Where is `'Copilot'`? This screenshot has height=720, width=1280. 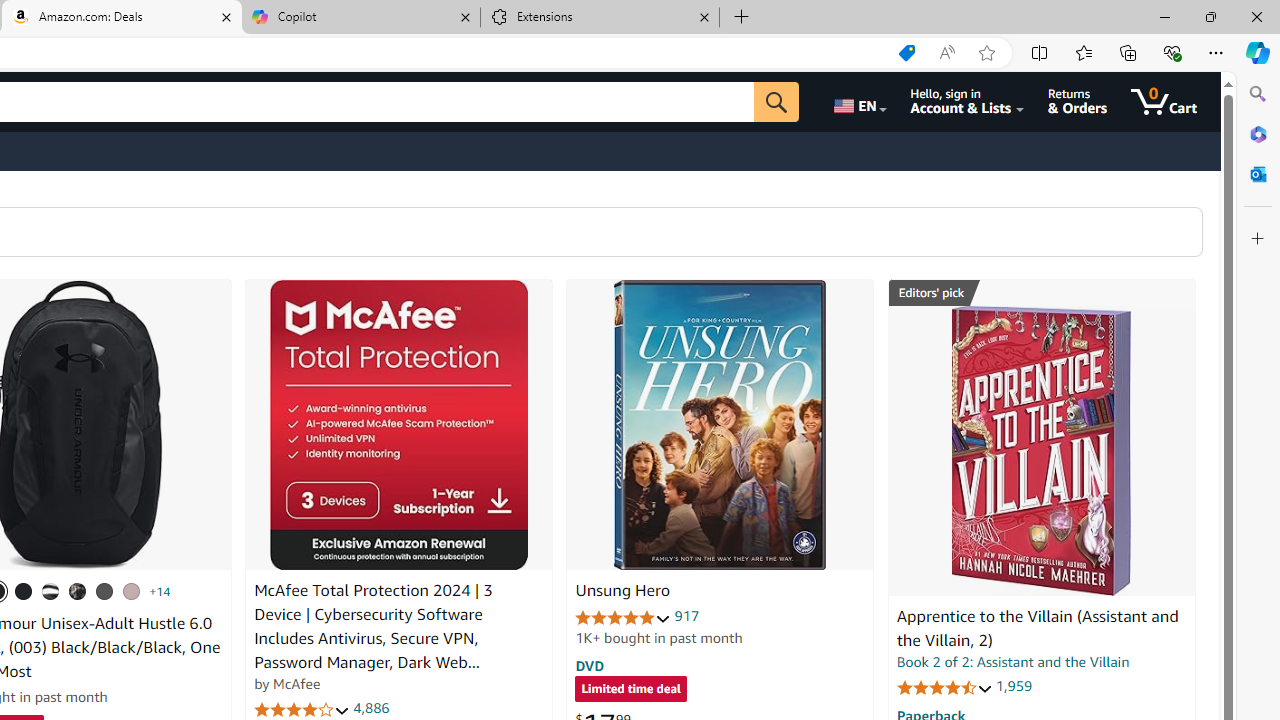 'Copilot' is located at coordinates (360, 17).